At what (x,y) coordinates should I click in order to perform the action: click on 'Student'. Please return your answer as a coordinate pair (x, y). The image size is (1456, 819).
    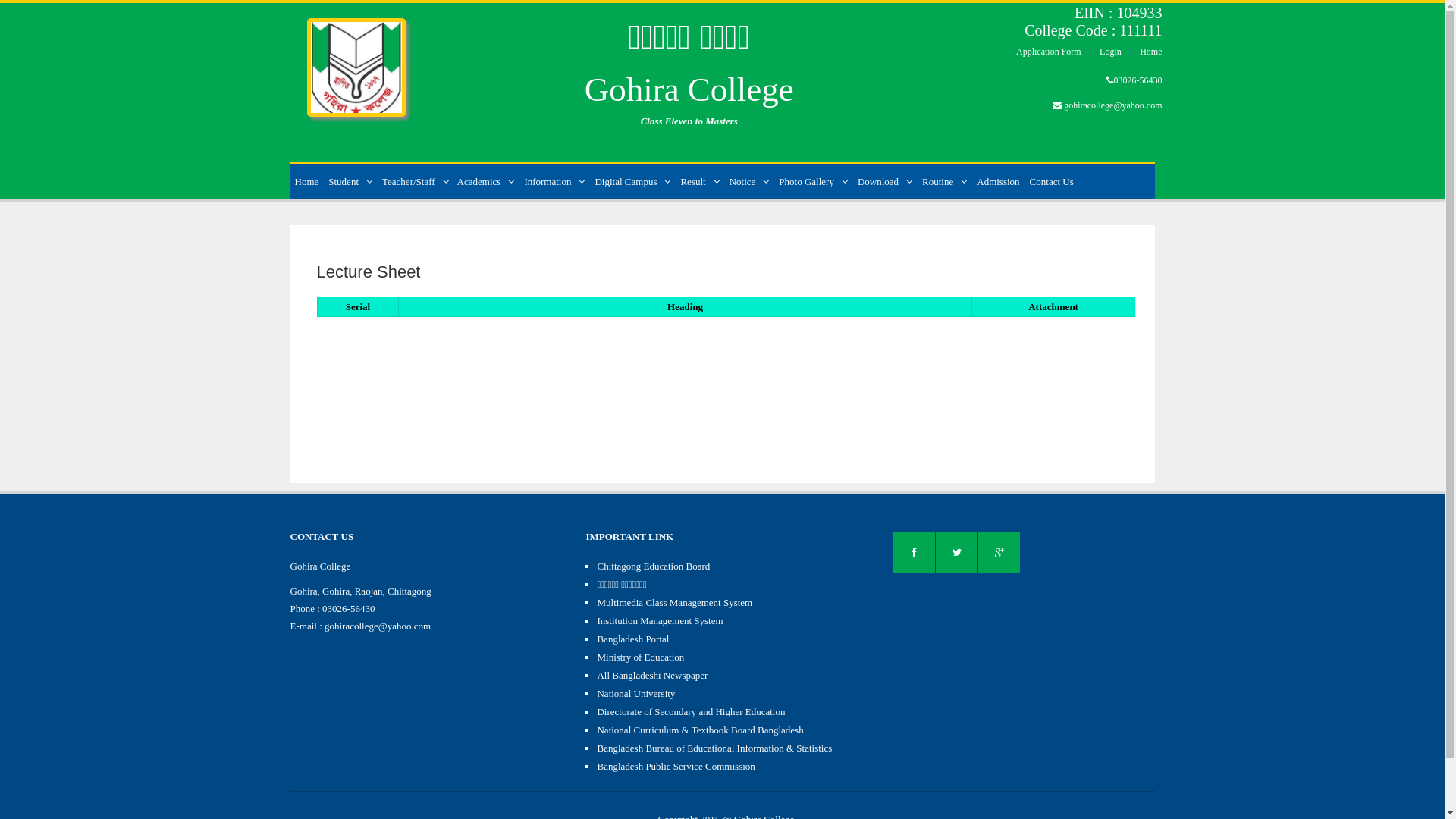
    Looking at the image, I should click on (349, 180).